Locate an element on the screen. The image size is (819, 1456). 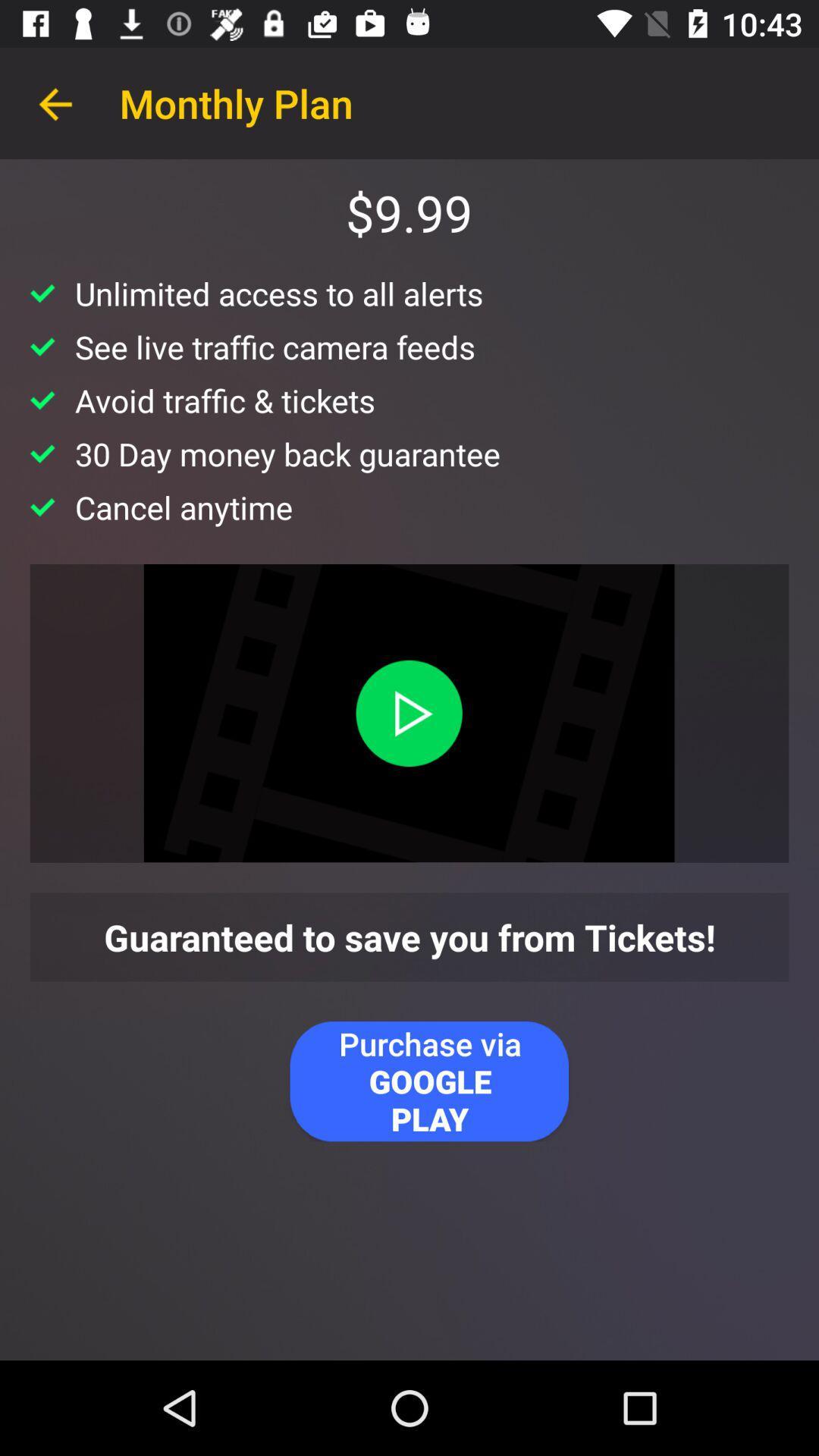
app to the left of the monthly plan app is located at coordinates (55, 102).